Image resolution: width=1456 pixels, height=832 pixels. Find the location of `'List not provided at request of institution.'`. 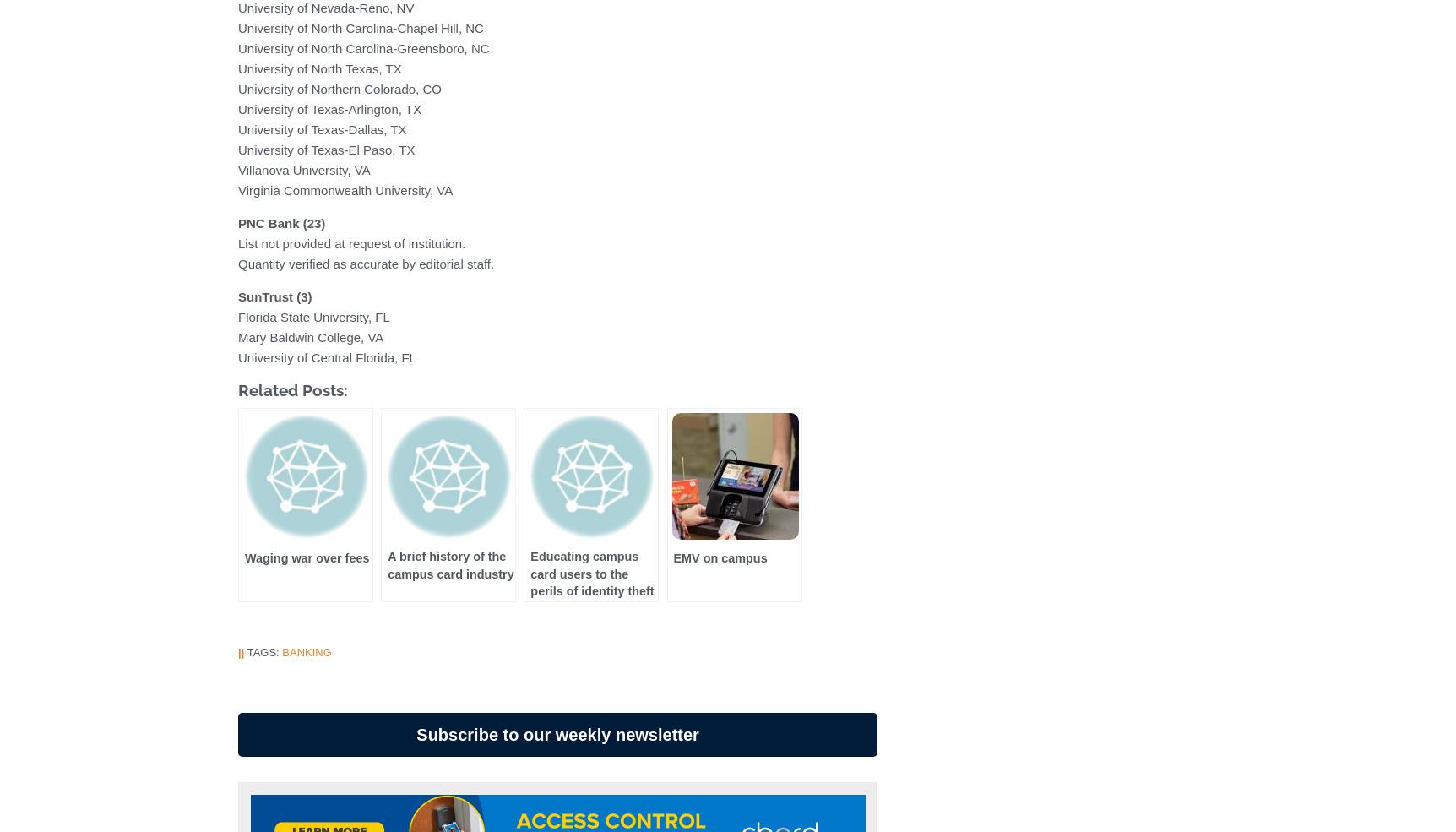

'List not provided at request of institution.' is located at coordinates (350, 242).